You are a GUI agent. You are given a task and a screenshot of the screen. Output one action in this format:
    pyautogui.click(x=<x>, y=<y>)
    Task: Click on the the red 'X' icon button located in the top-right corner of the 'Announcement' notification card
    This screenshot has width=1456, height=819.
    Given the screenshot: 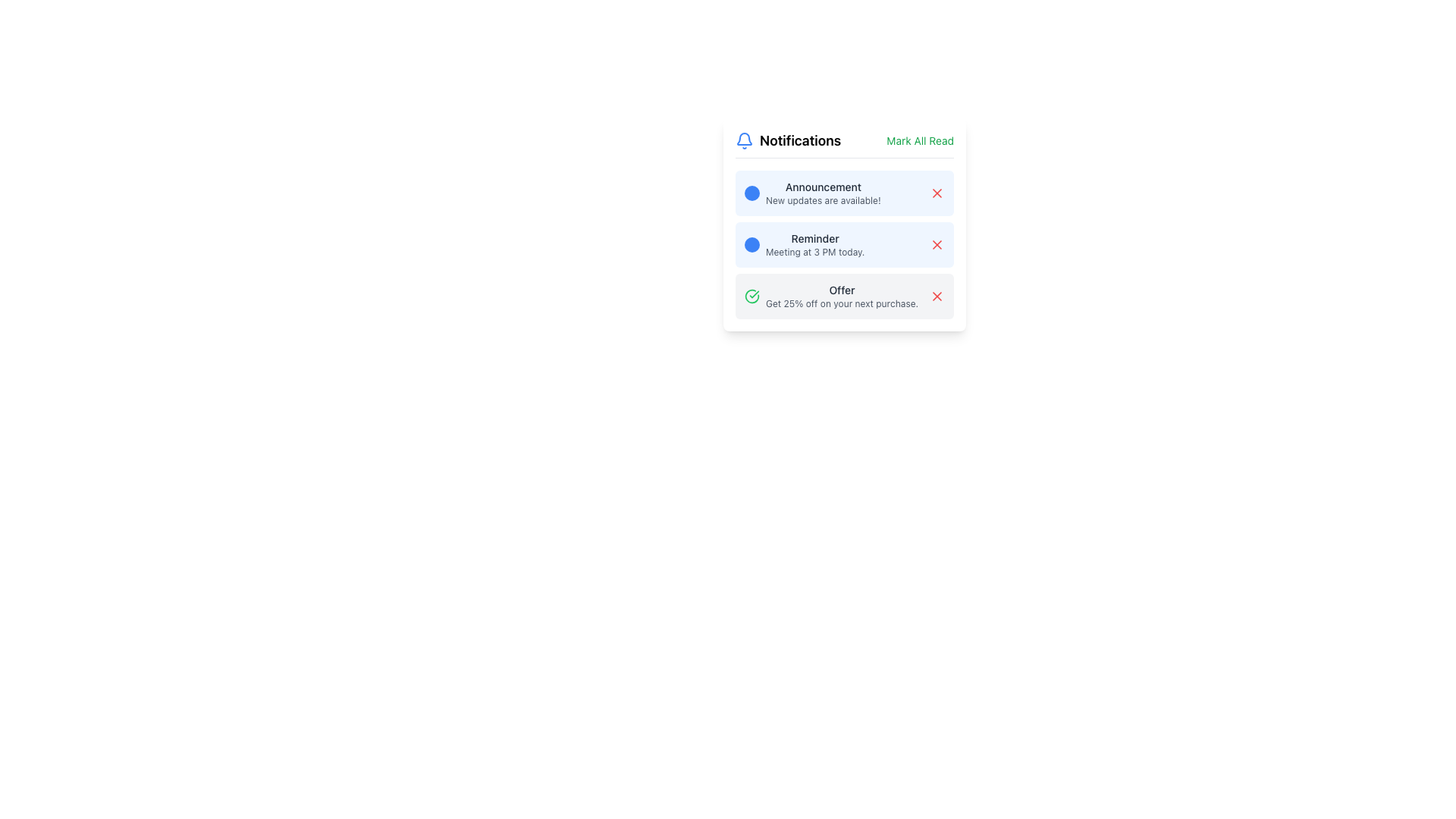 What is the action you would take?
    pyautogui.click(x=937, y=192)
    